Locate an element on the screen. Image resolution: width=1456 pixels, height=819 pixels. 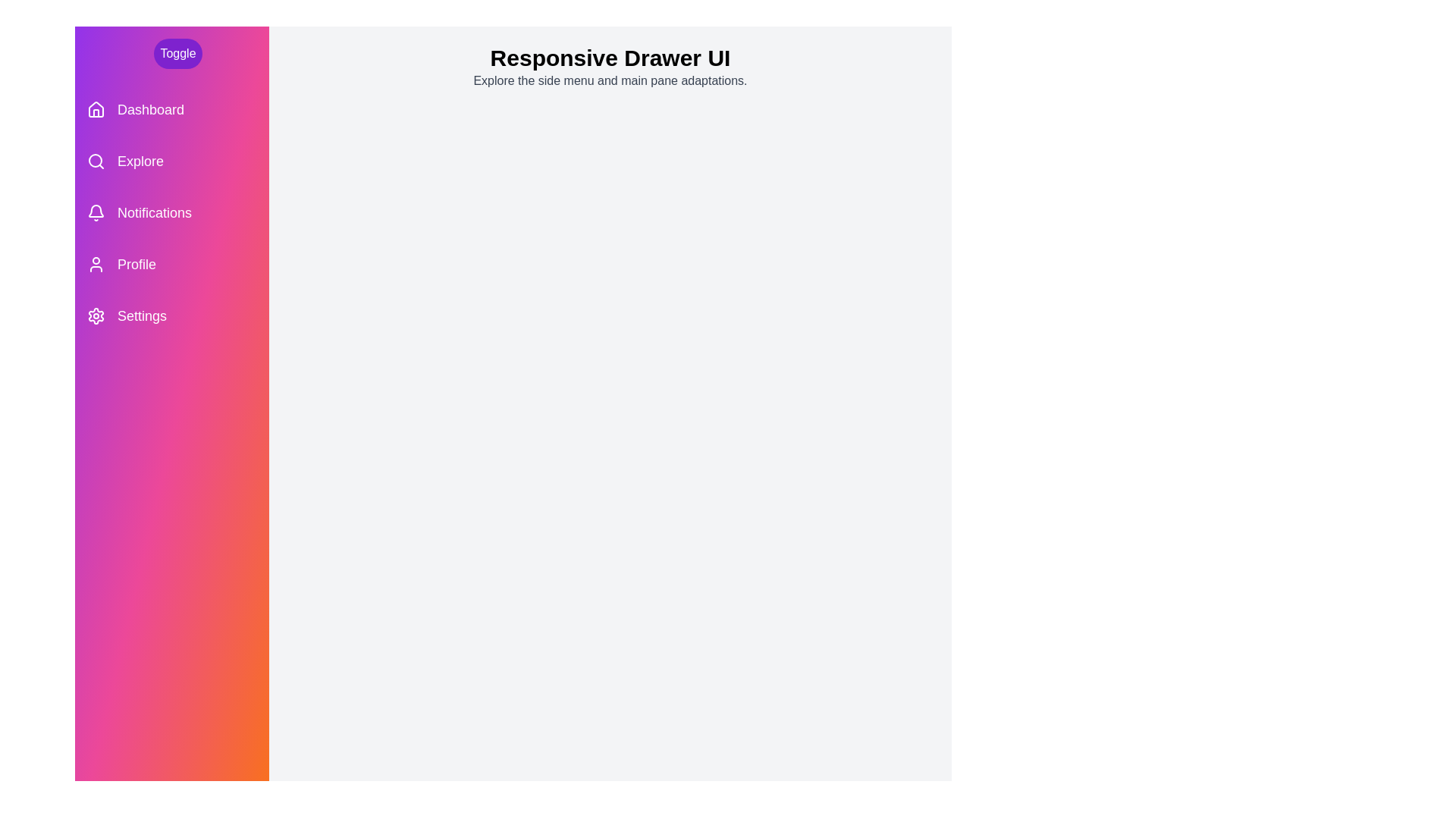
the menu item Notifications to observe its visual feedback is located at coordinates (171, 213).